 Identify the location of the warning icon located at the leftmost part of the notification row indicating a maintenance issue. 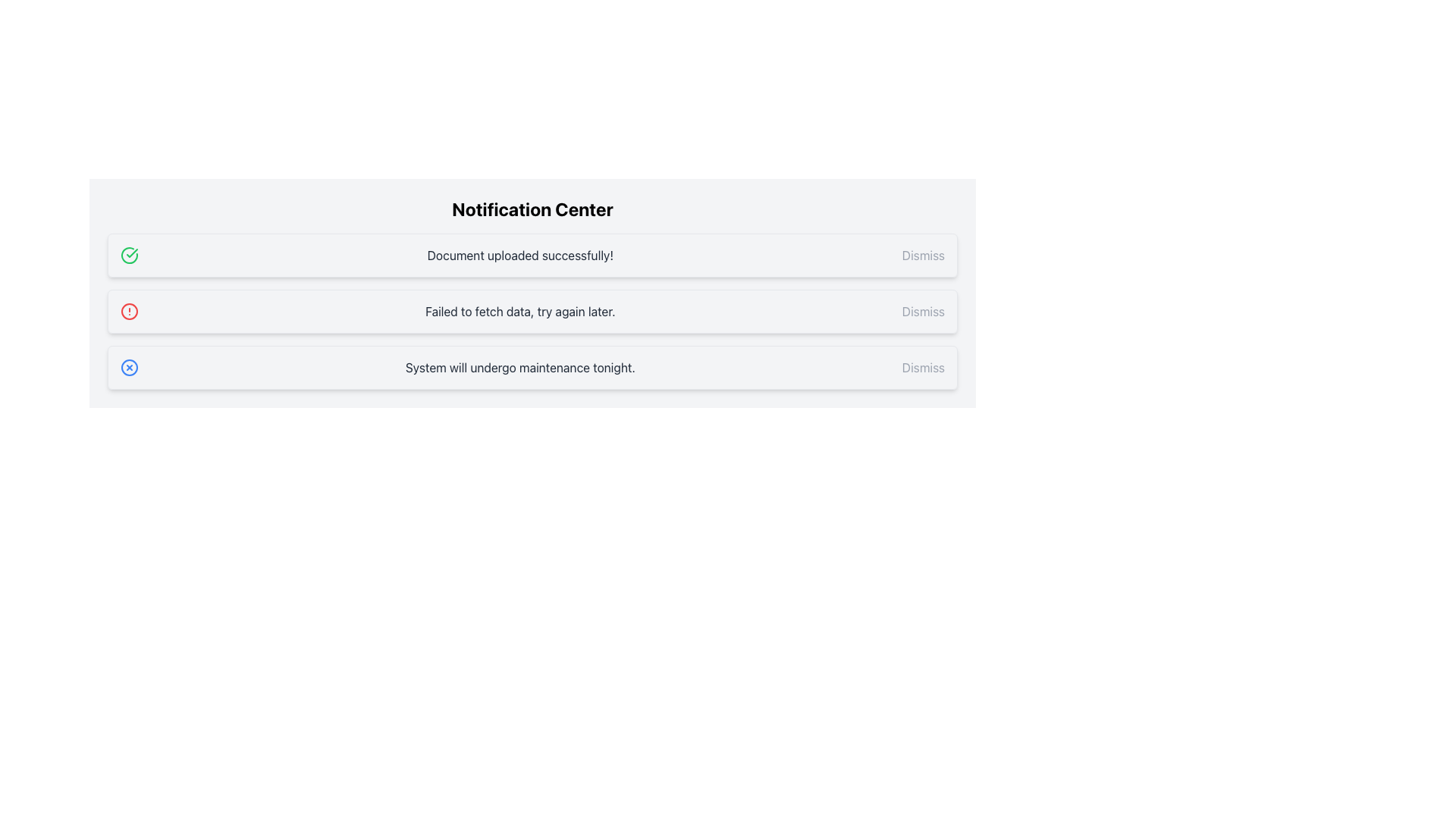
(130, 368).